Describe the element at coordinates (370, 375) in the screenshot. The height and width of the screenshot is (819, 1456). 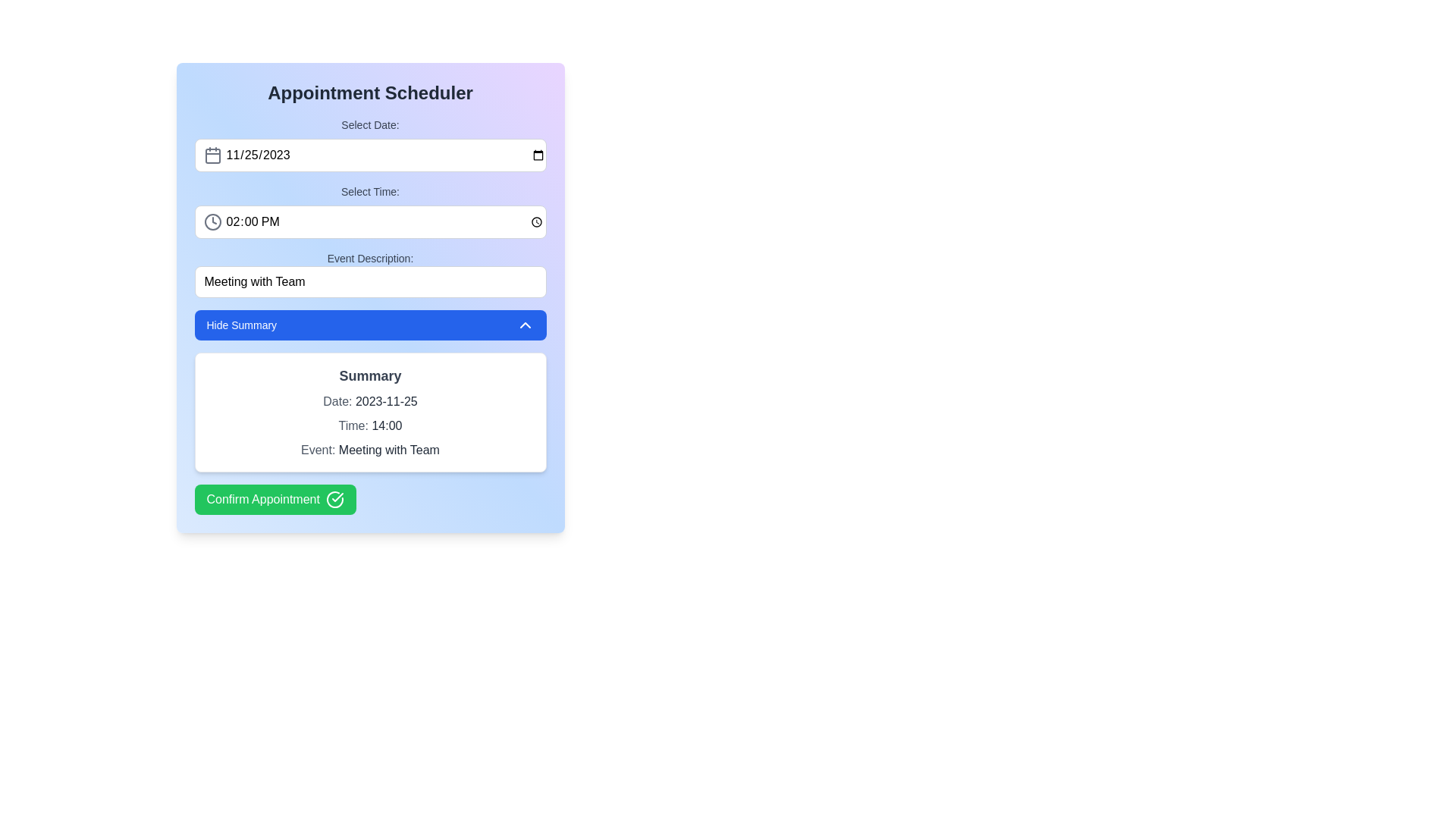
I see `the prominently styled 'Summary' text label located at the top of the section containing event details` at that location.